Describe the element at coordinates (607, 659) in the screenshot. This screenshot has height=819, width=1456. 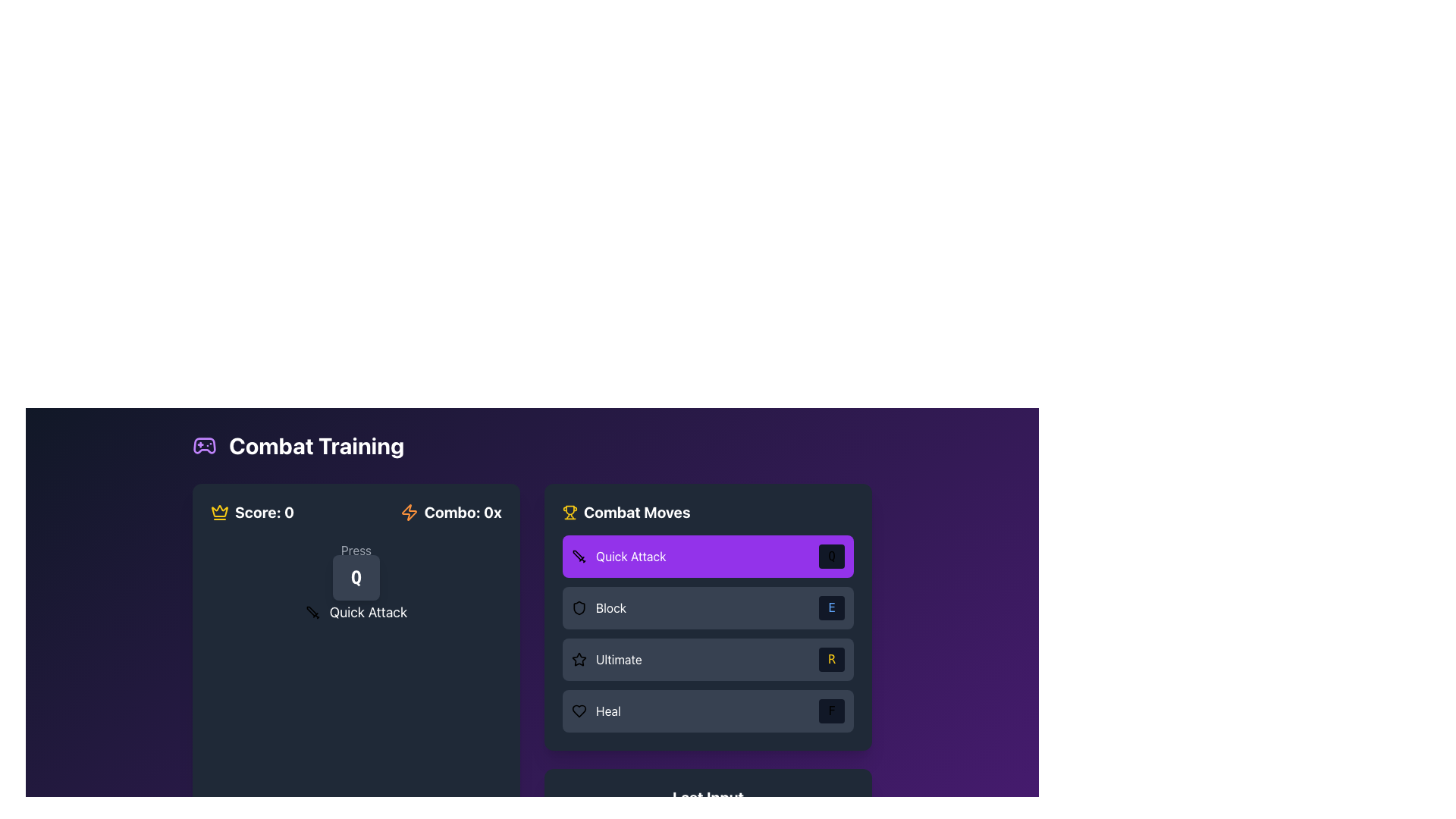
I see `the 'Ultimate' ability button located in the 'Combat Moves' section` at that location.